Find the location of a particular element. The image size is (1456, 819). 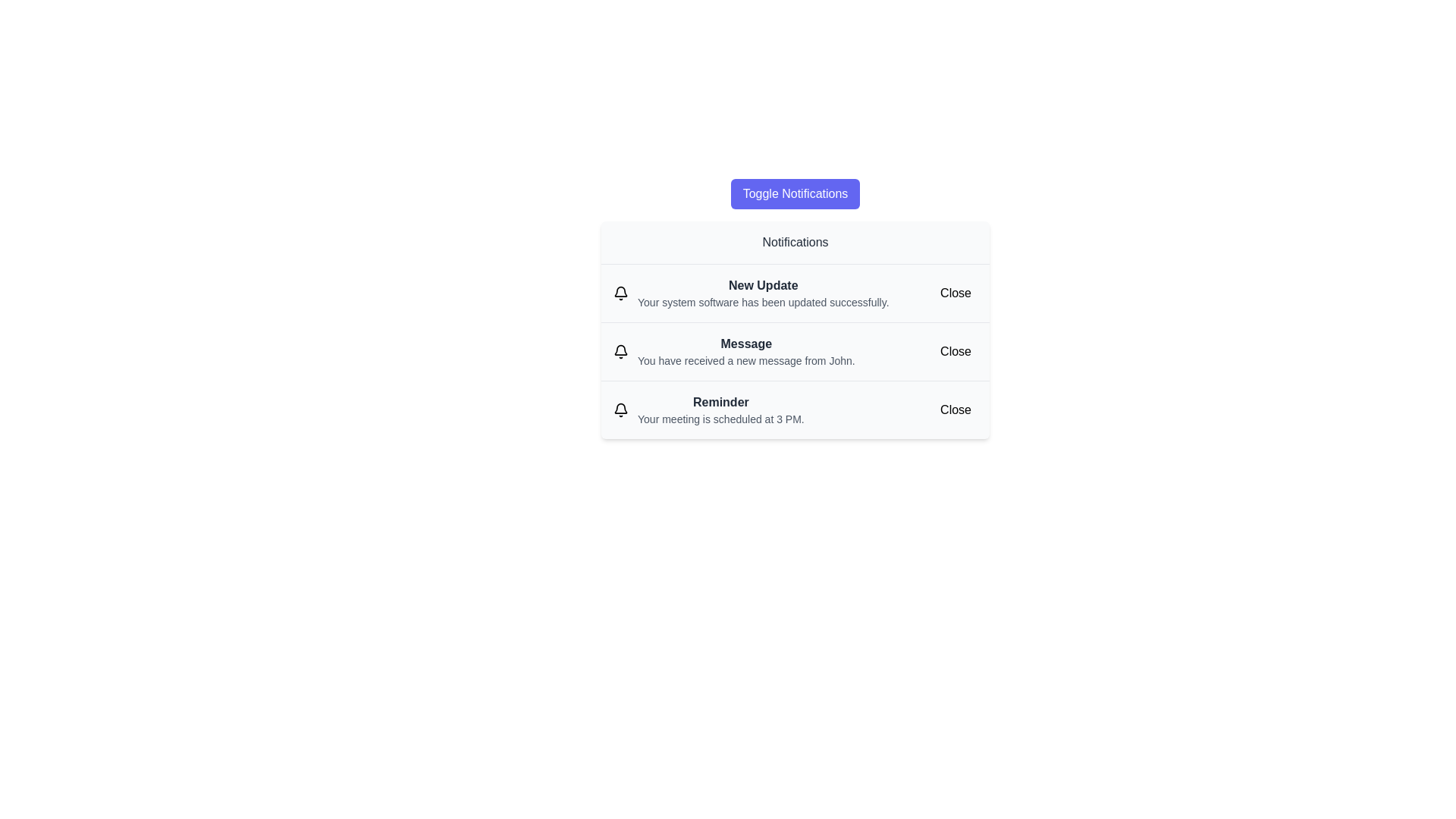

text label summarizing the notification context, which is located in the second notification card of the vertical stack in the notification panel, above the descriptive text regarding a new message from John is located at coordinates (746, 344).